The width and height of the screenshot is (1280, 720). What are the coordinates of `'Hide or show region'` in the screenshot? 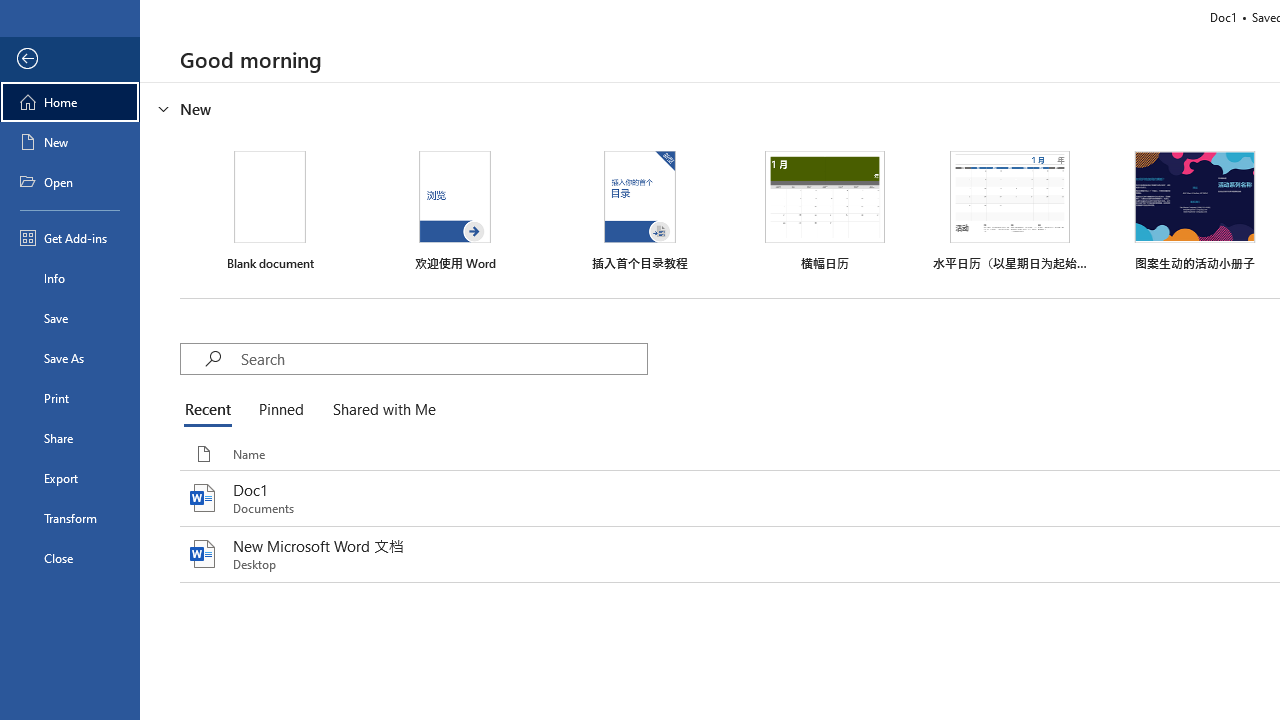 It's located at (164, 109).